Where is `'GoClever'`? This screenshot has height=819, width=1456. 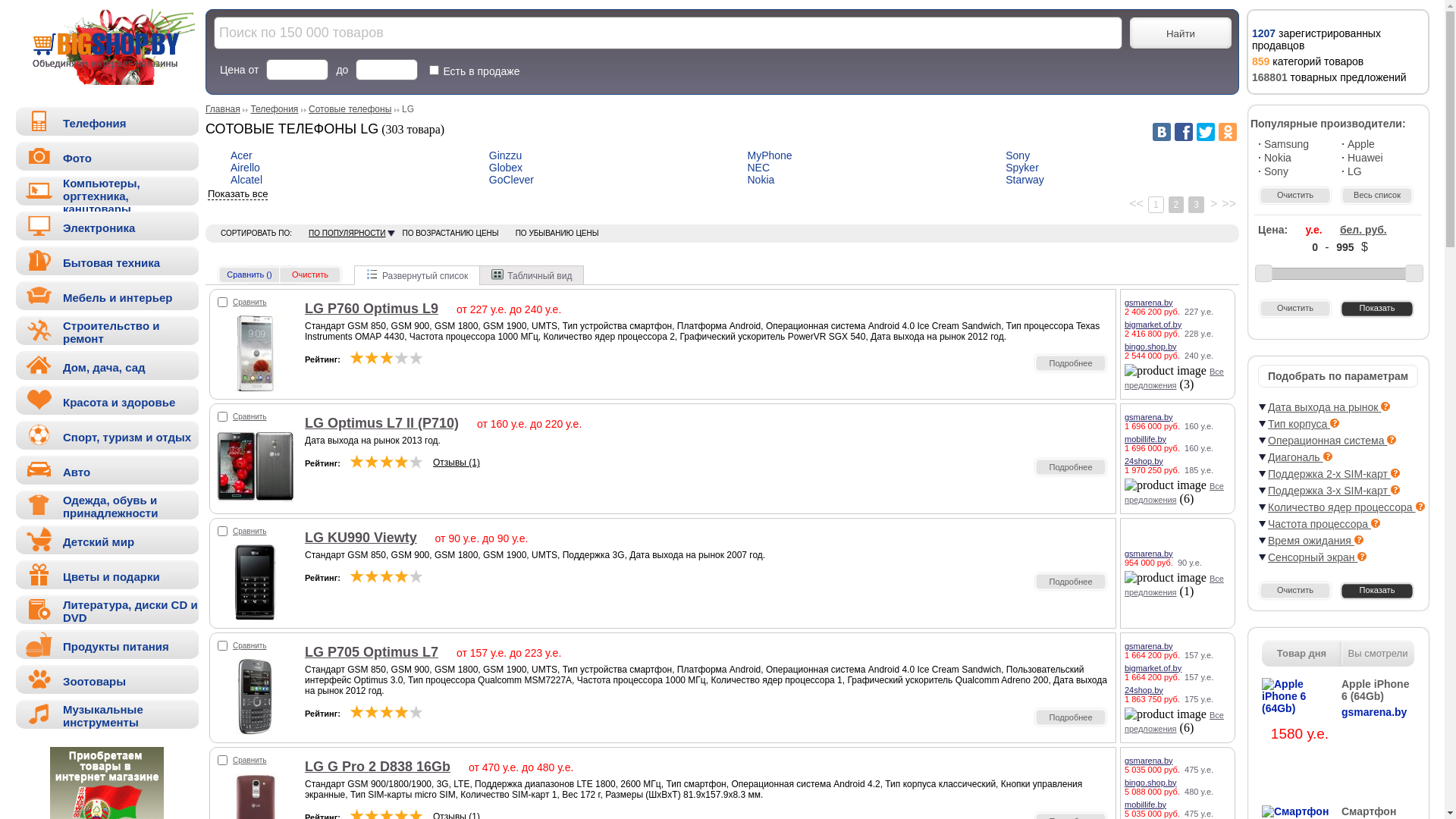
'GoClever' is located at coordinates (511, 178).